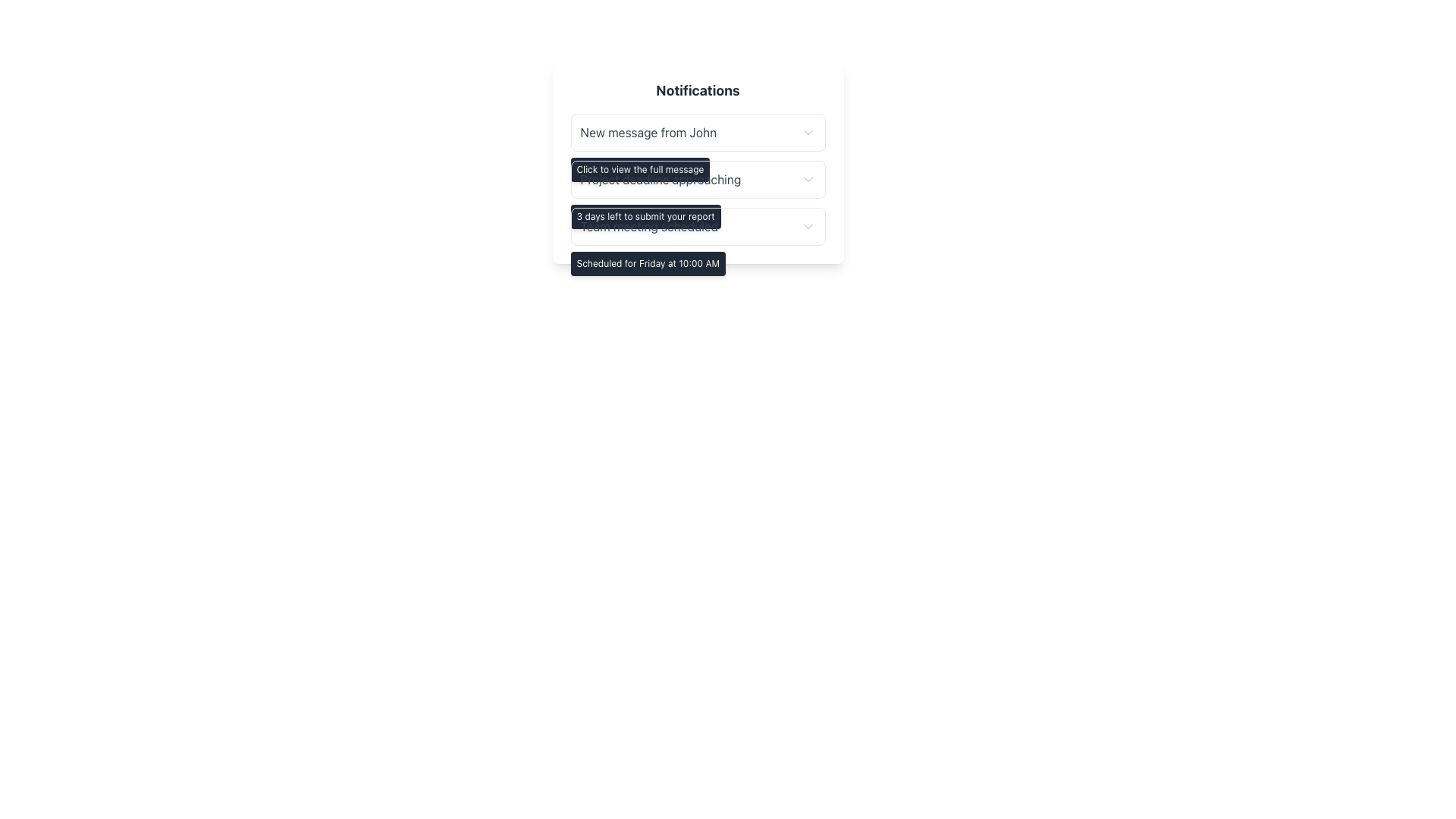 This screenshot has height=819, width=1456. Describe the element at coordinates (697, 227) in the screenshot. I see `the notification item related to the scheduled team meeting` at that location.